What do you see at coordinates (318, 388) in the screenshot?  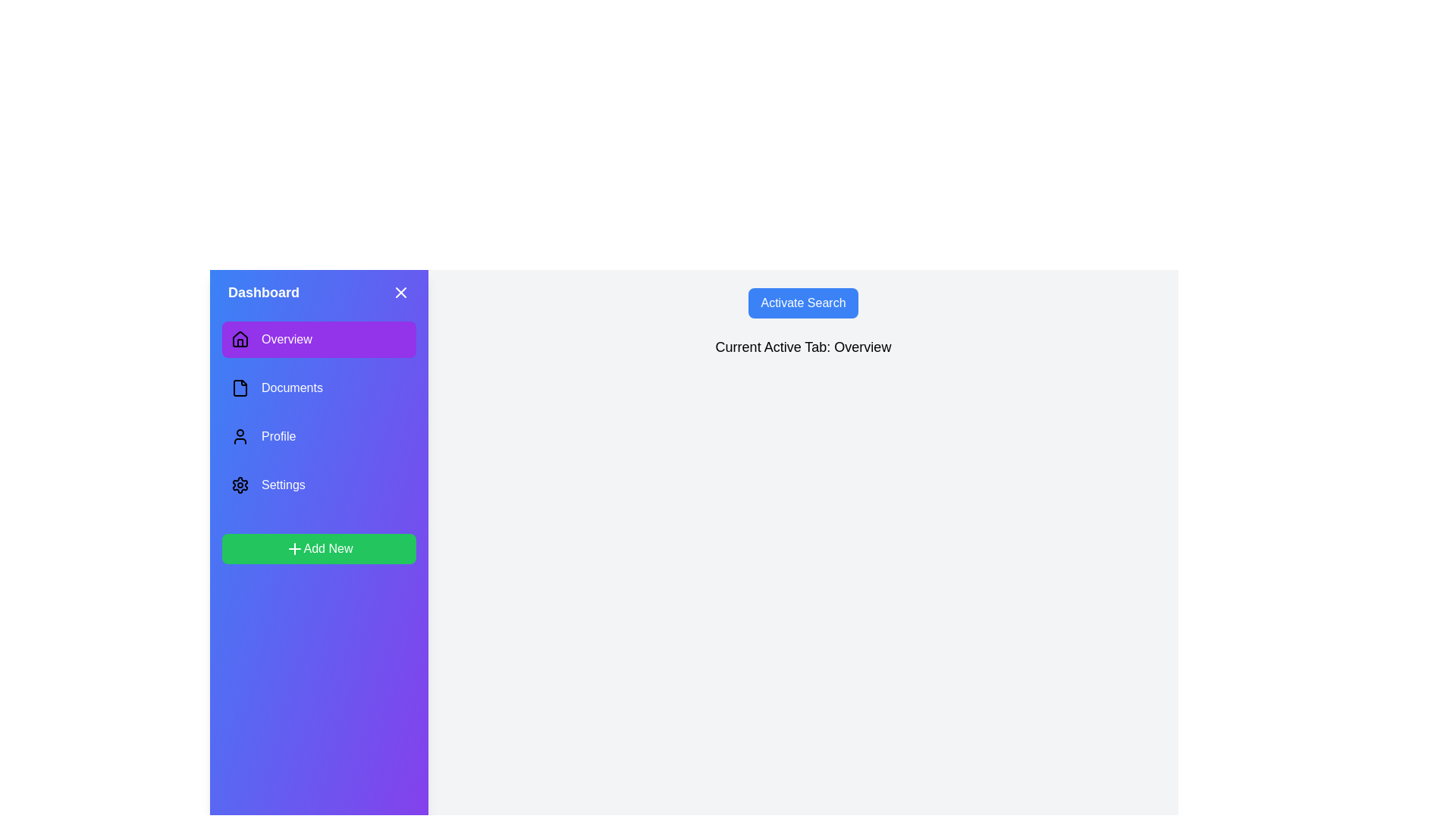 I see `the 'Documents' menu item located in the vertical navigation menu beneath 'Overview'` at bounding box center [318, 388].